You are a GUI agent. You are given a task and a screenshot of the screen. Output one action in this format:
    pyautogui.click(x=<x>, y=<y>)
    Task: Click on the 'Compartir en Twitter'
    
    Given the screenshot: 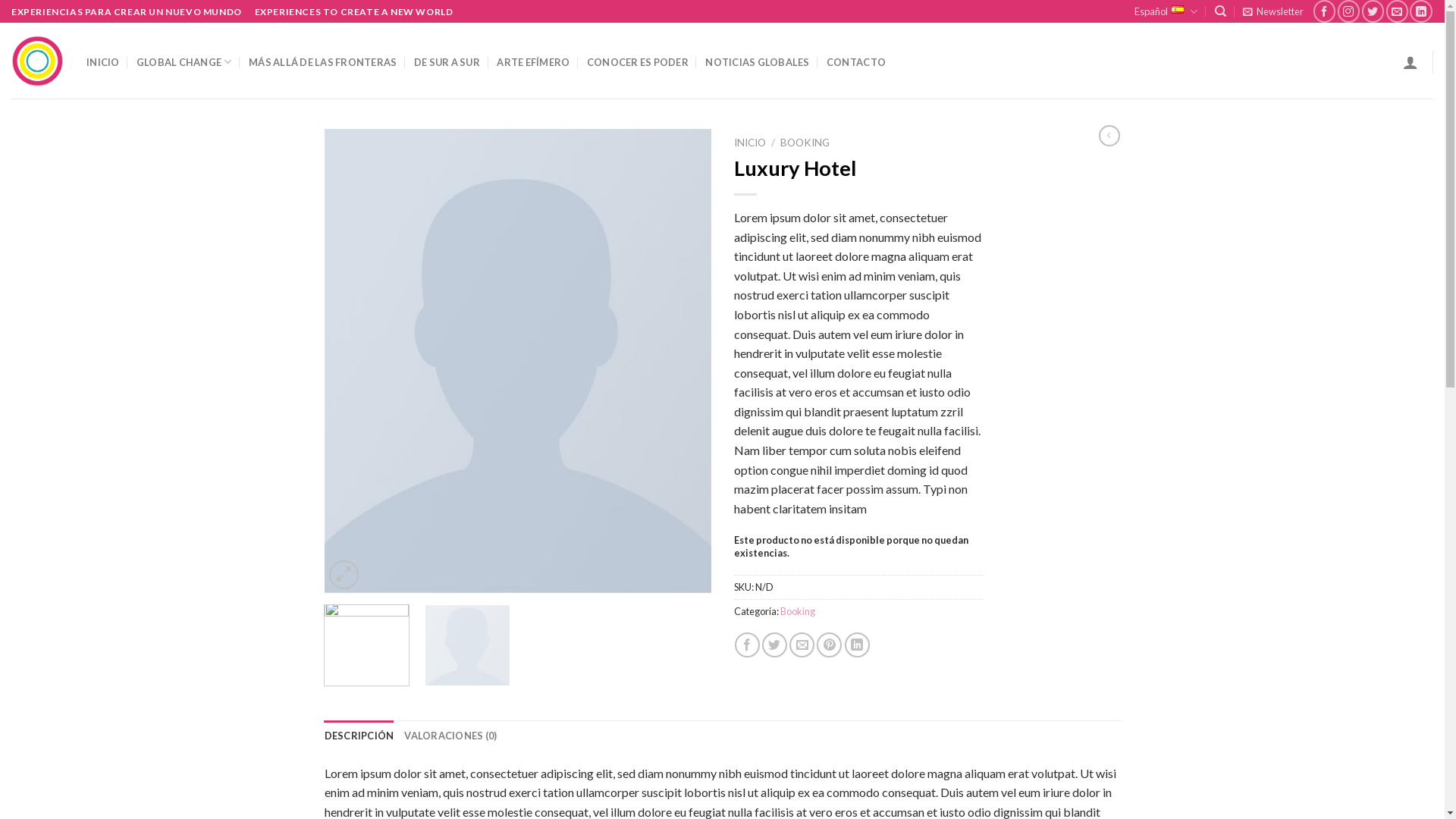 What is the action you would take?
    pyautogui.click(x=774, y=645)
    